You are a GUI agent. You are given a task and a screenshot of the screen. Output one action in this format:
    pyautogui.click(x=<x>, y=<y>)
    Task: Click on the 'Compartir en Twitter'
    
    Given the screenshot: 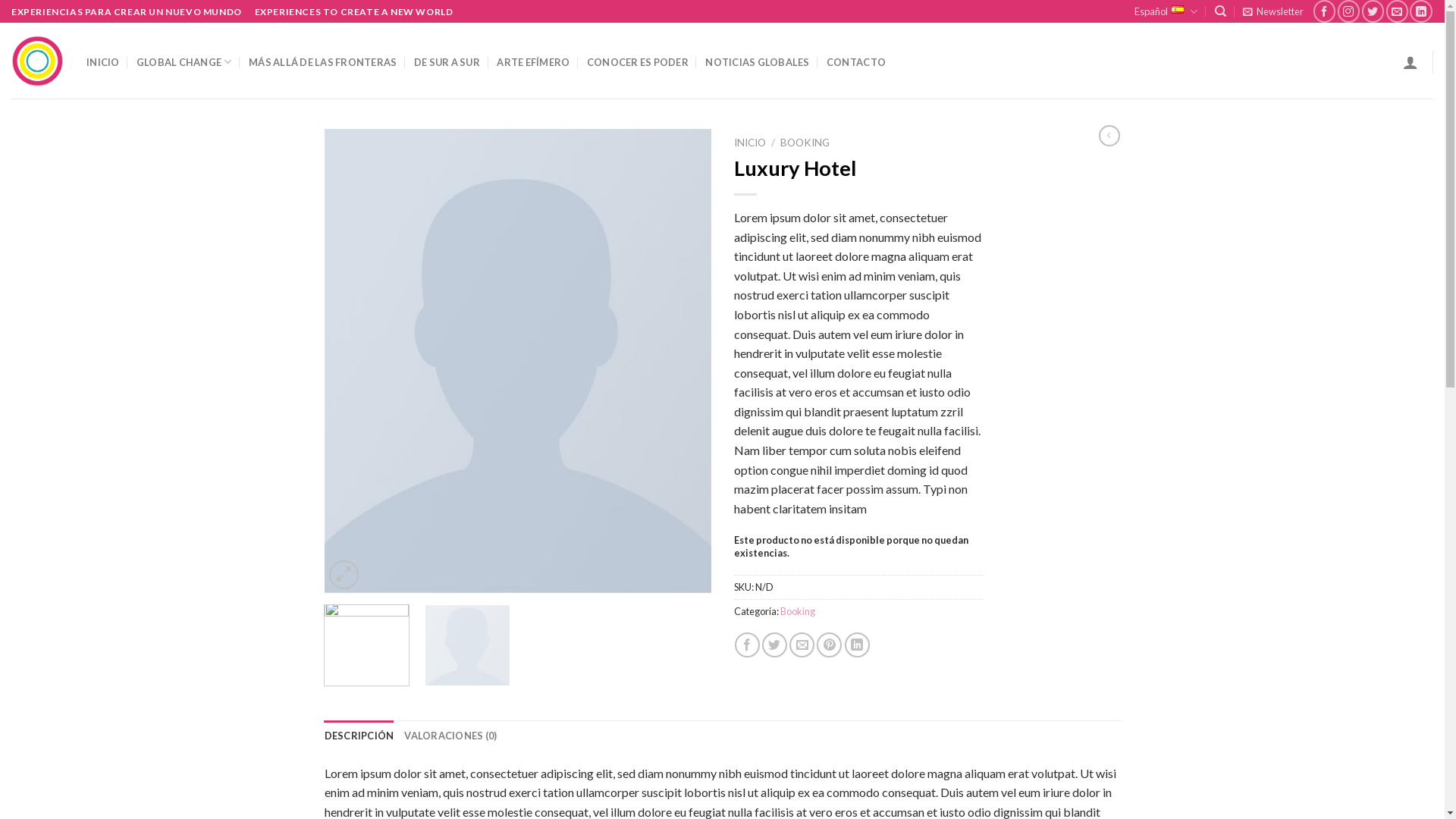 What is the action you would take?
    pyautogui.click(x=774, y=645)
    